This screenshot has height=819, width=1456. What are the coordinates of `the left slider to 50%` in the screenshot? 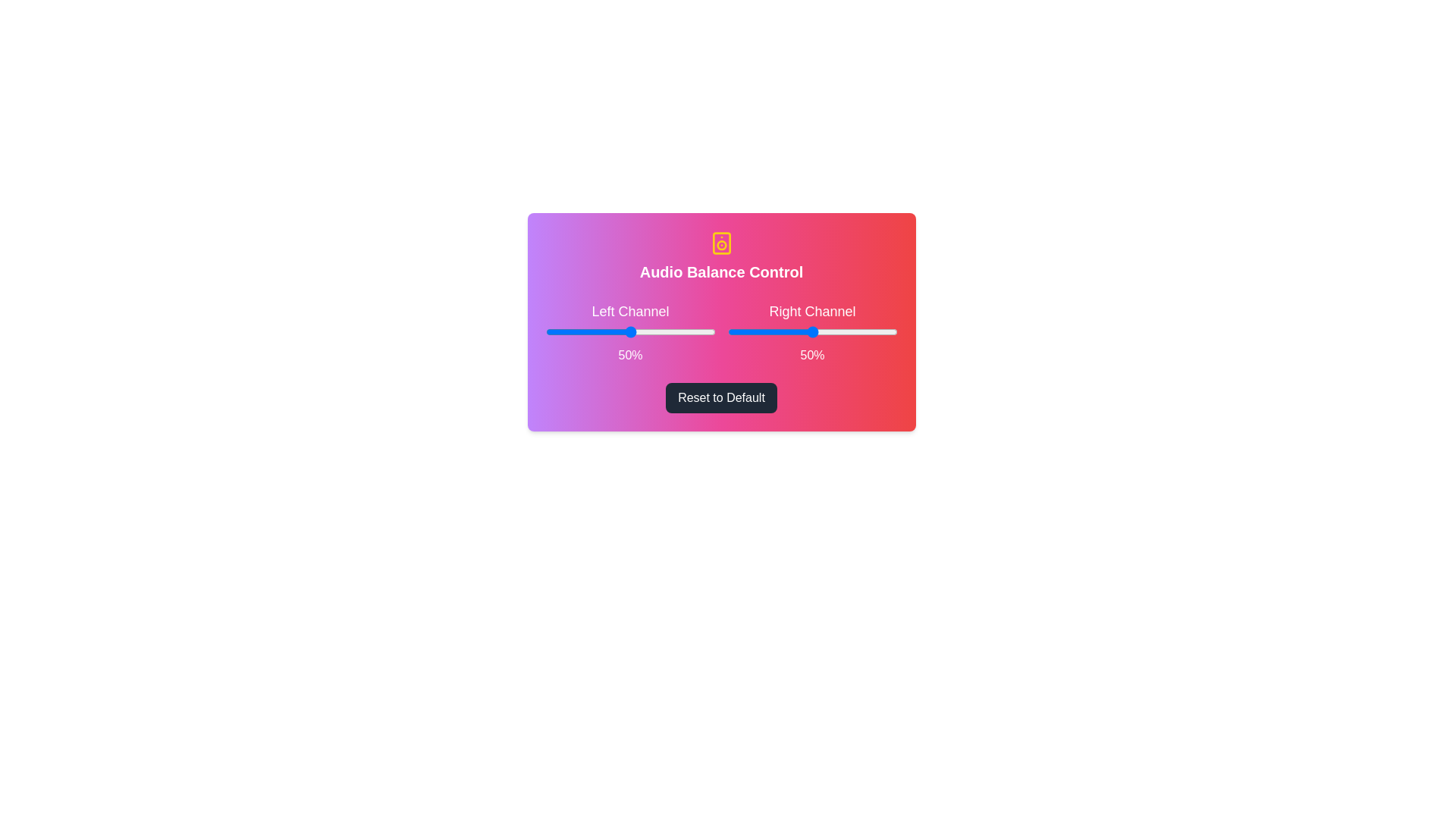 It's located at (630, 331).